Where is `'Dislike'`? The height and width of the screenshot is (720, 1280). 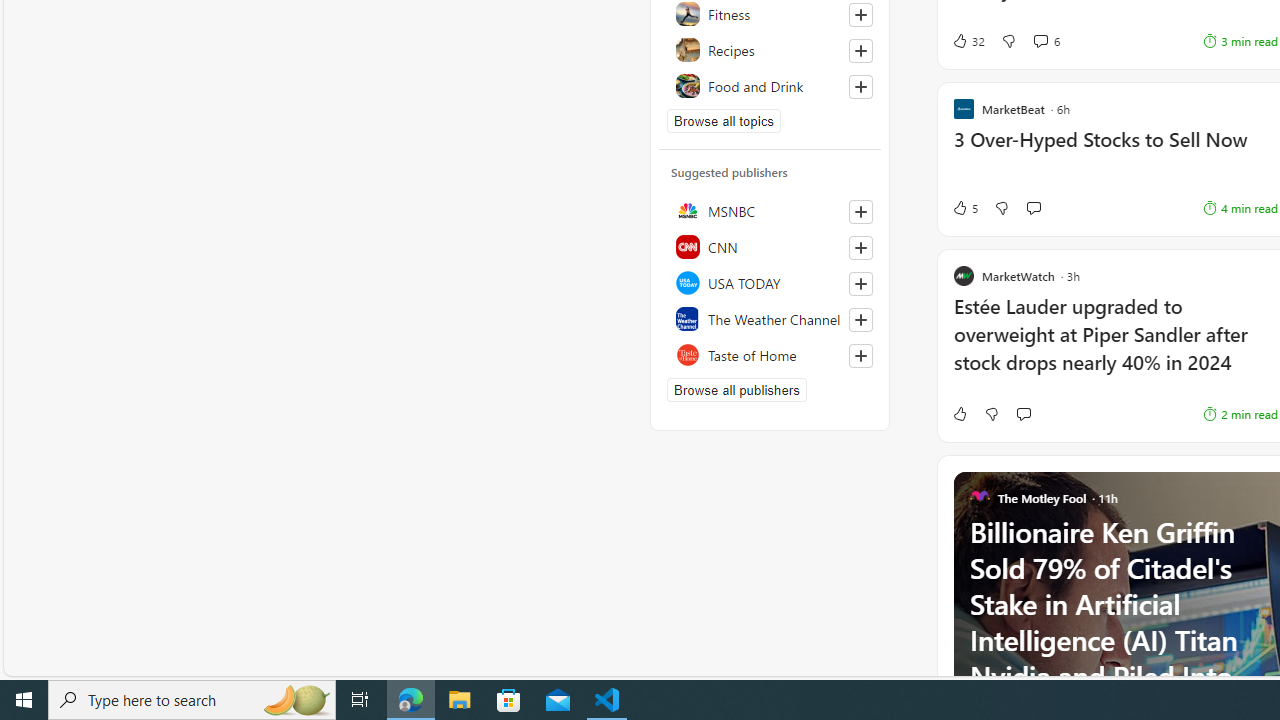
'Dislike' is located at coordinates (992, 413).